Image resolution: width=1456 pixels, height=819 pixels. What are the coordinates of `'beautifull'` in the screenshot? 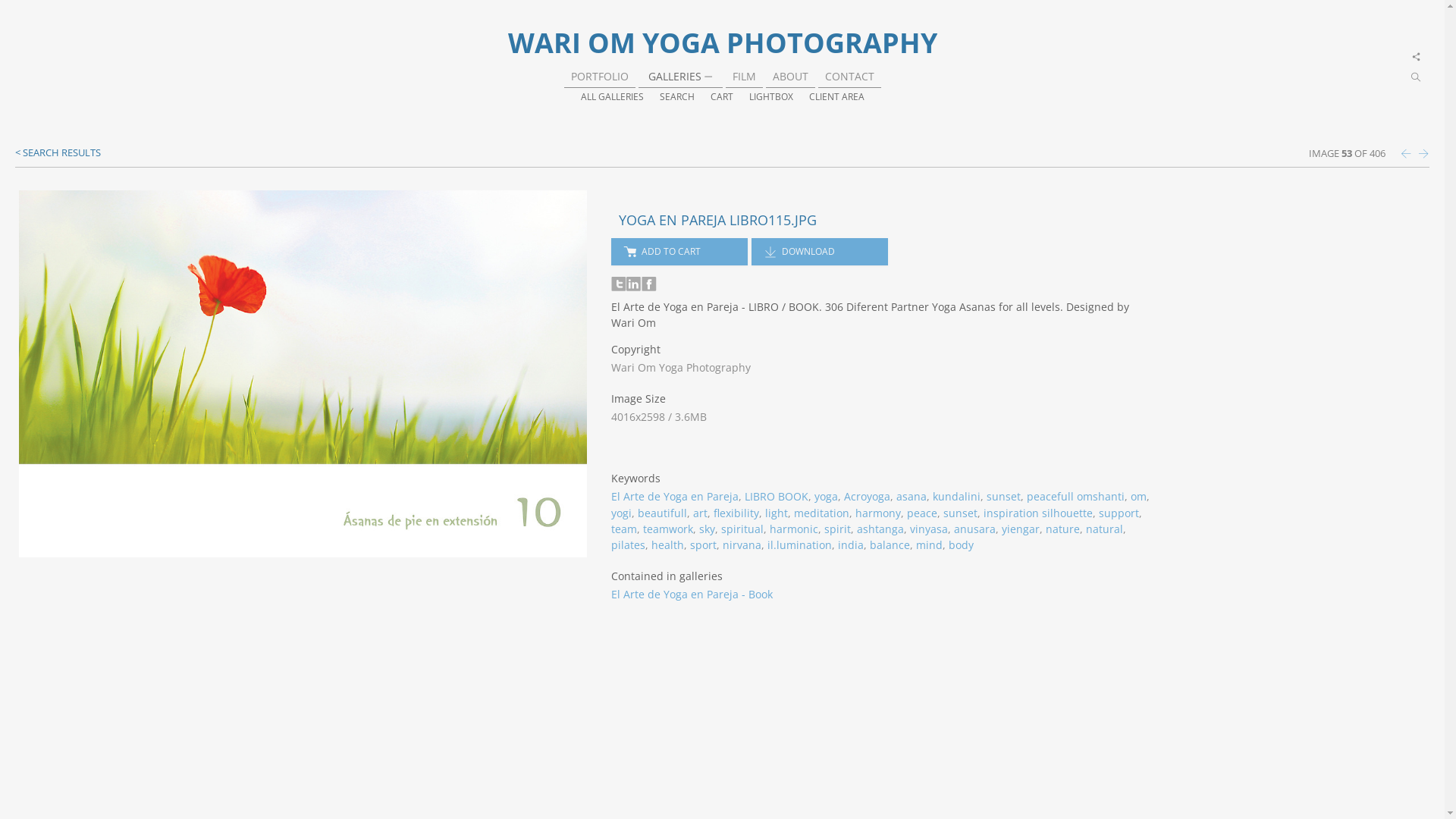 It's located at (662, 512).